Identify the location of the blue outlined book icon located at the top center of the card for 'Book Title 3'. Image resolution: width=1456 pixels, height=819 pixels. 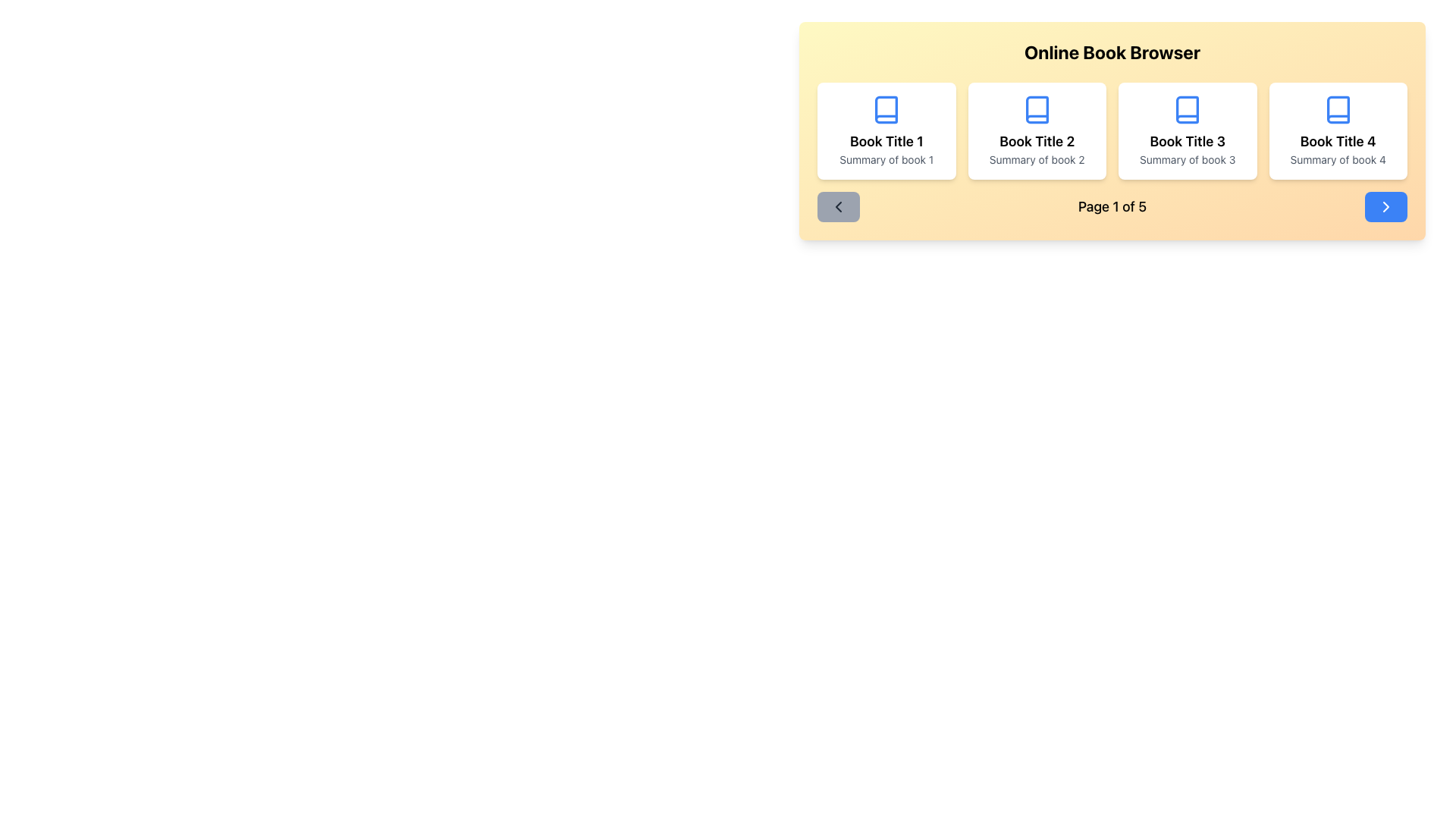
(1187, 109).